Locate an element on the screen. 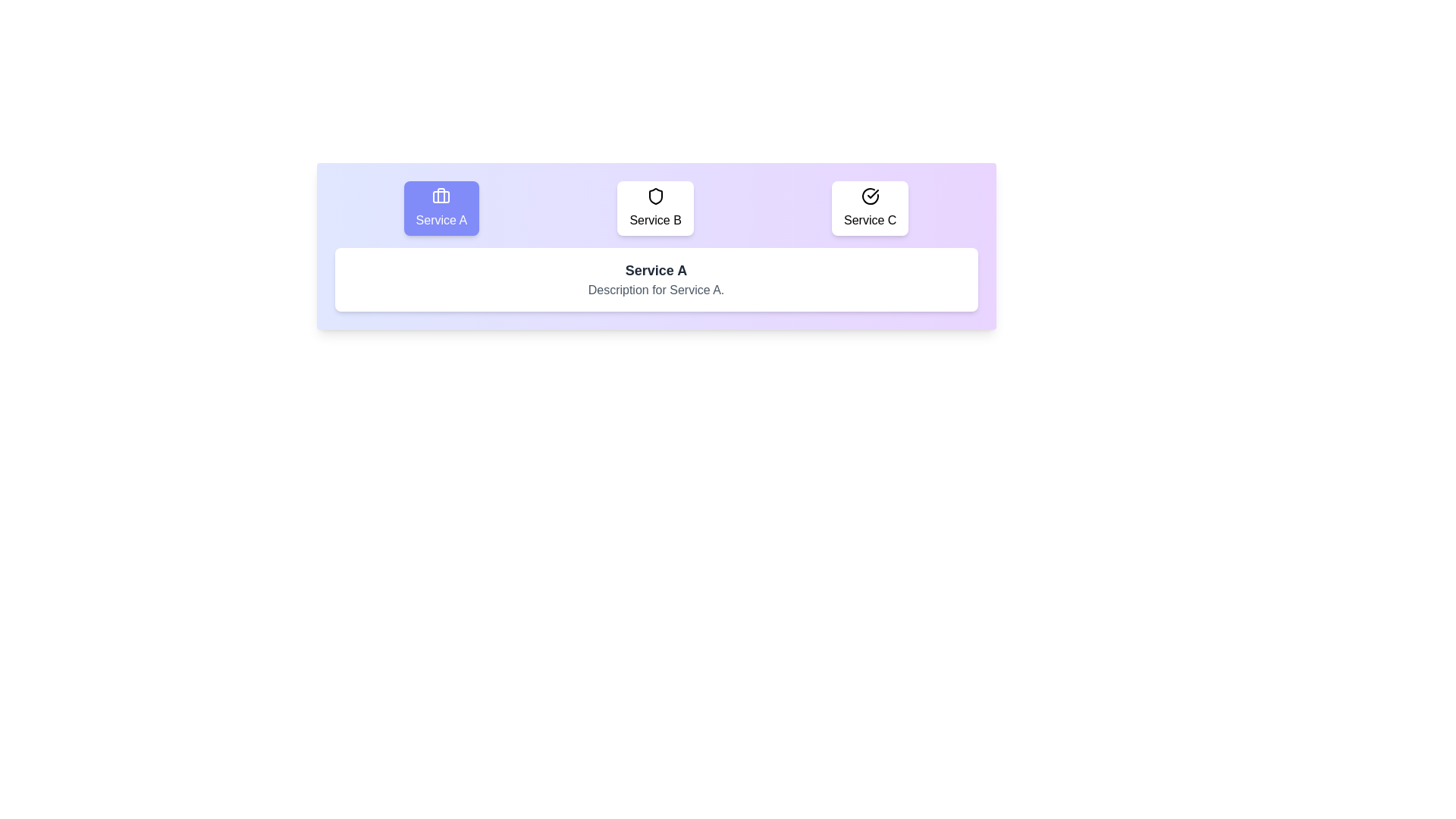 The height and width of the screenshot is (819, 1456). the approval icon representing the successful status of 'Service C', located directly above the 'Service C' text label is located at coordinates (870, 195).